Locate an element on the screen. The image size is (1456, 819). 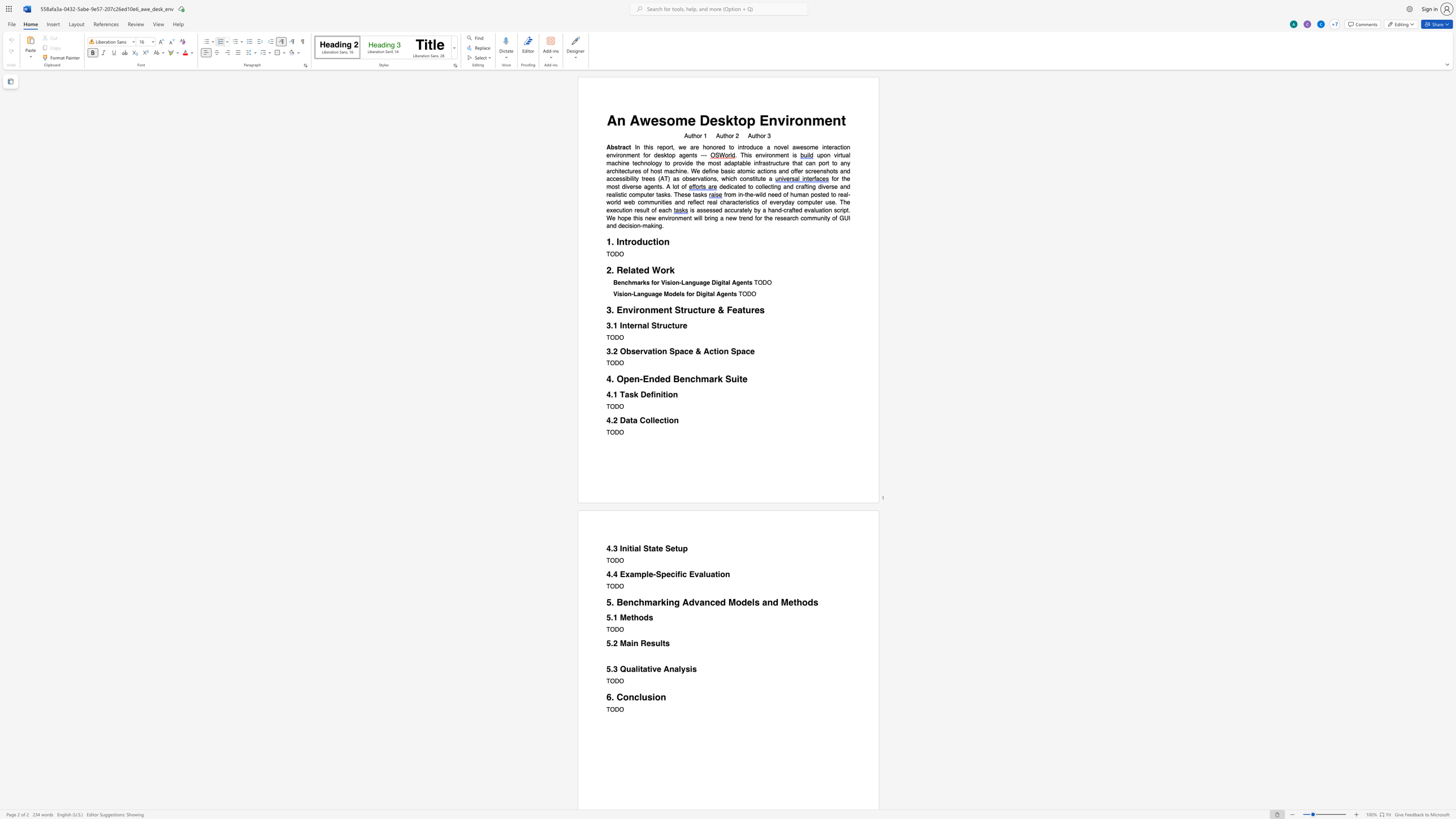
the 1th character "l" in the text is located at coordinates (639, 548).